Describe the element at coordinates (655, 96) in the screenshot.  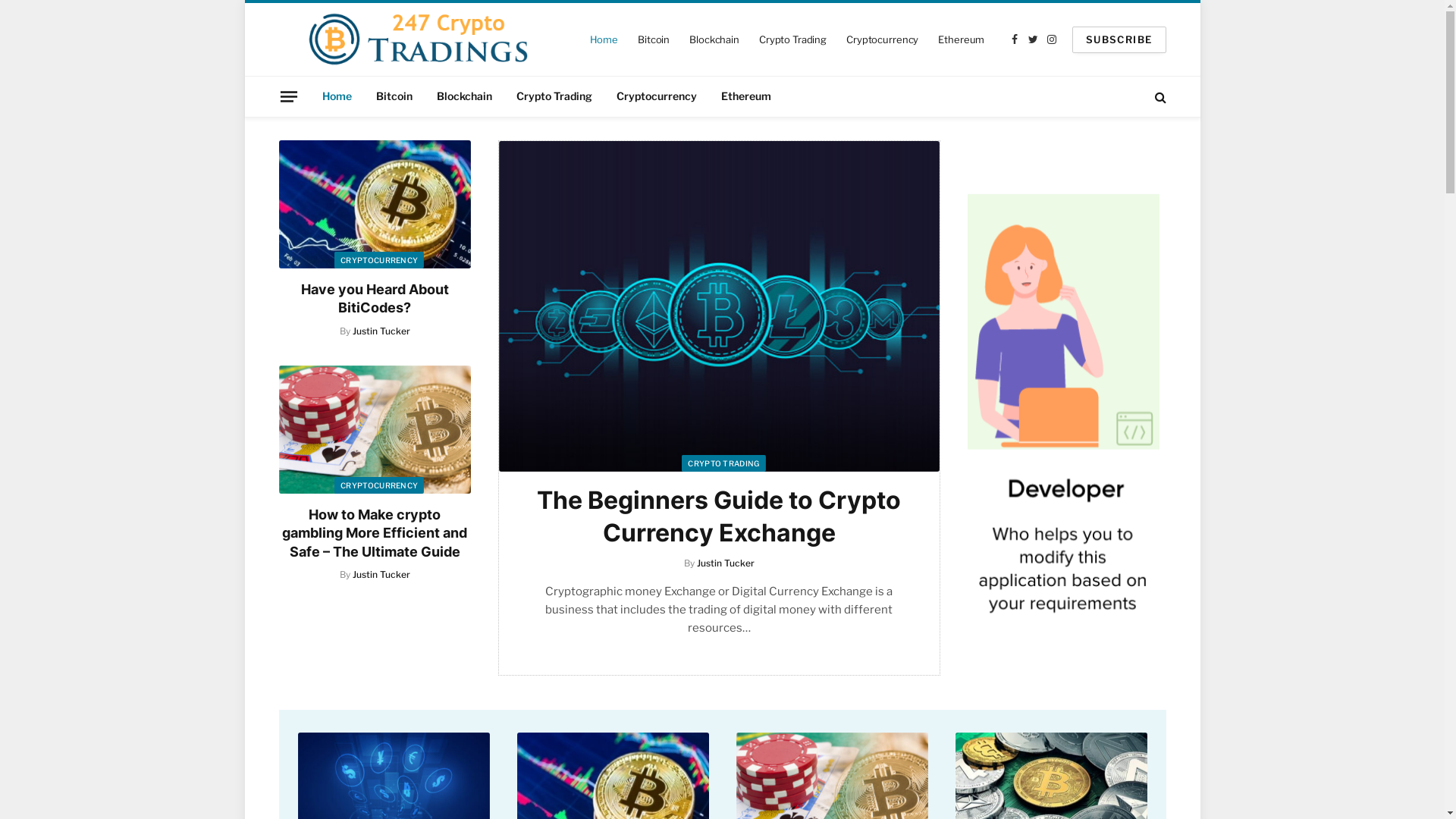
I see `'Cryptocurrency'` at that location.